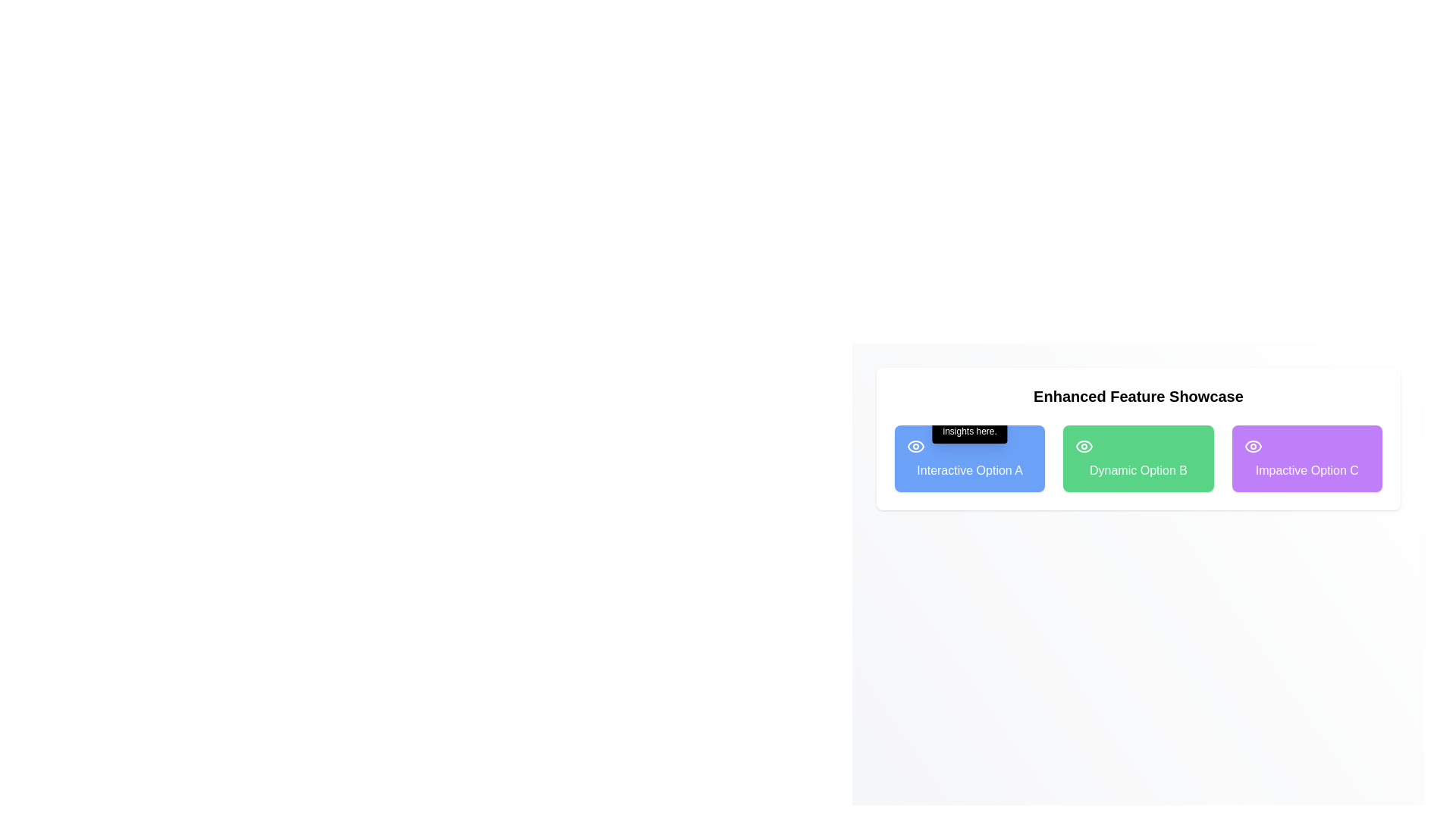 This screenshot has height=819, width=1456. I want to click on the eye icon located in the upper left quadrant of the 'Interactive Option A' card to visually associate it with the card, so click(915, 446).